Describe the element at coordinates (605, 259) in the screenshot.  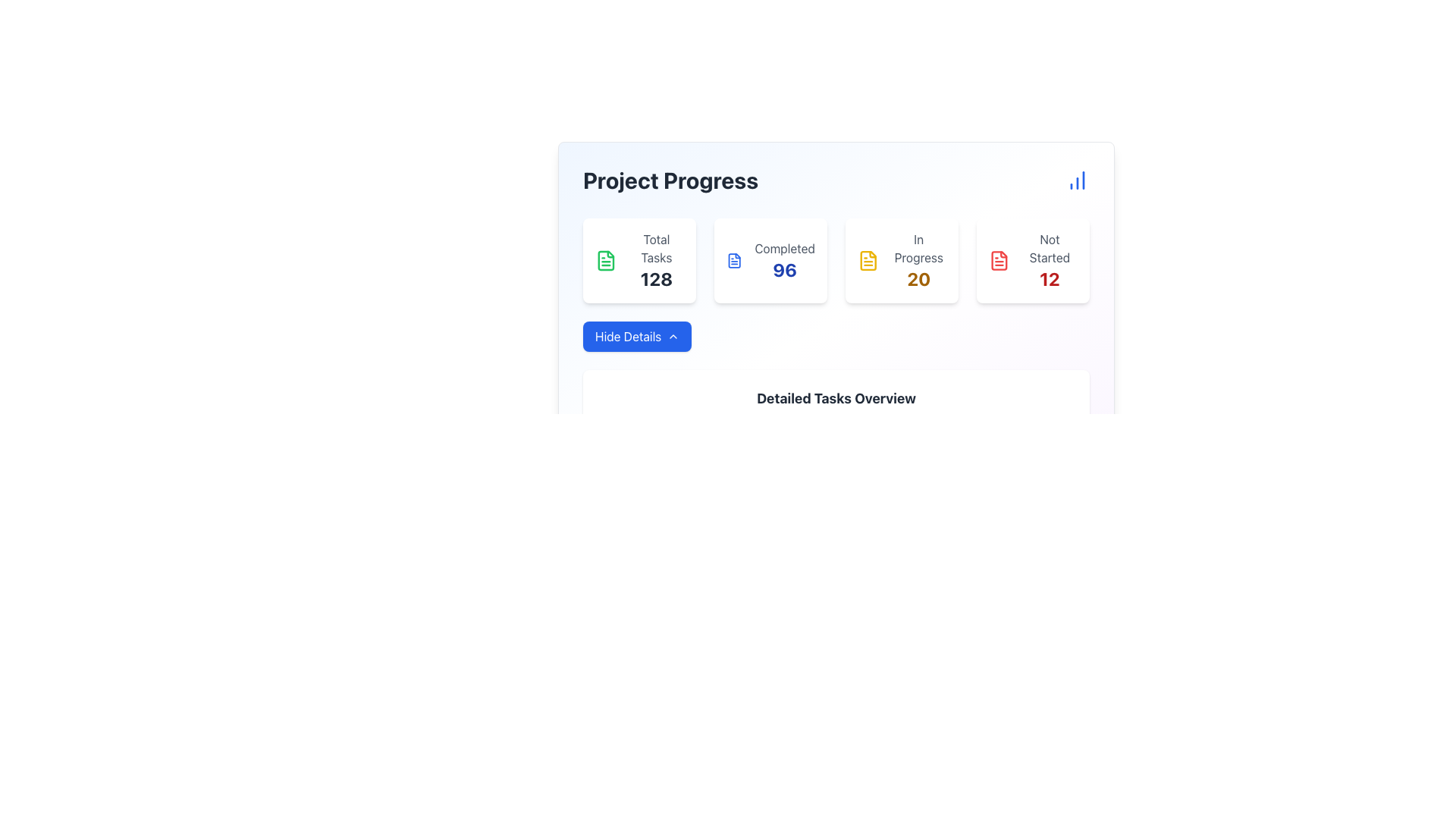
I see `the decorative icon located at the top-left corner of the 'Total Tasks' card in the grid of cards` at that location.